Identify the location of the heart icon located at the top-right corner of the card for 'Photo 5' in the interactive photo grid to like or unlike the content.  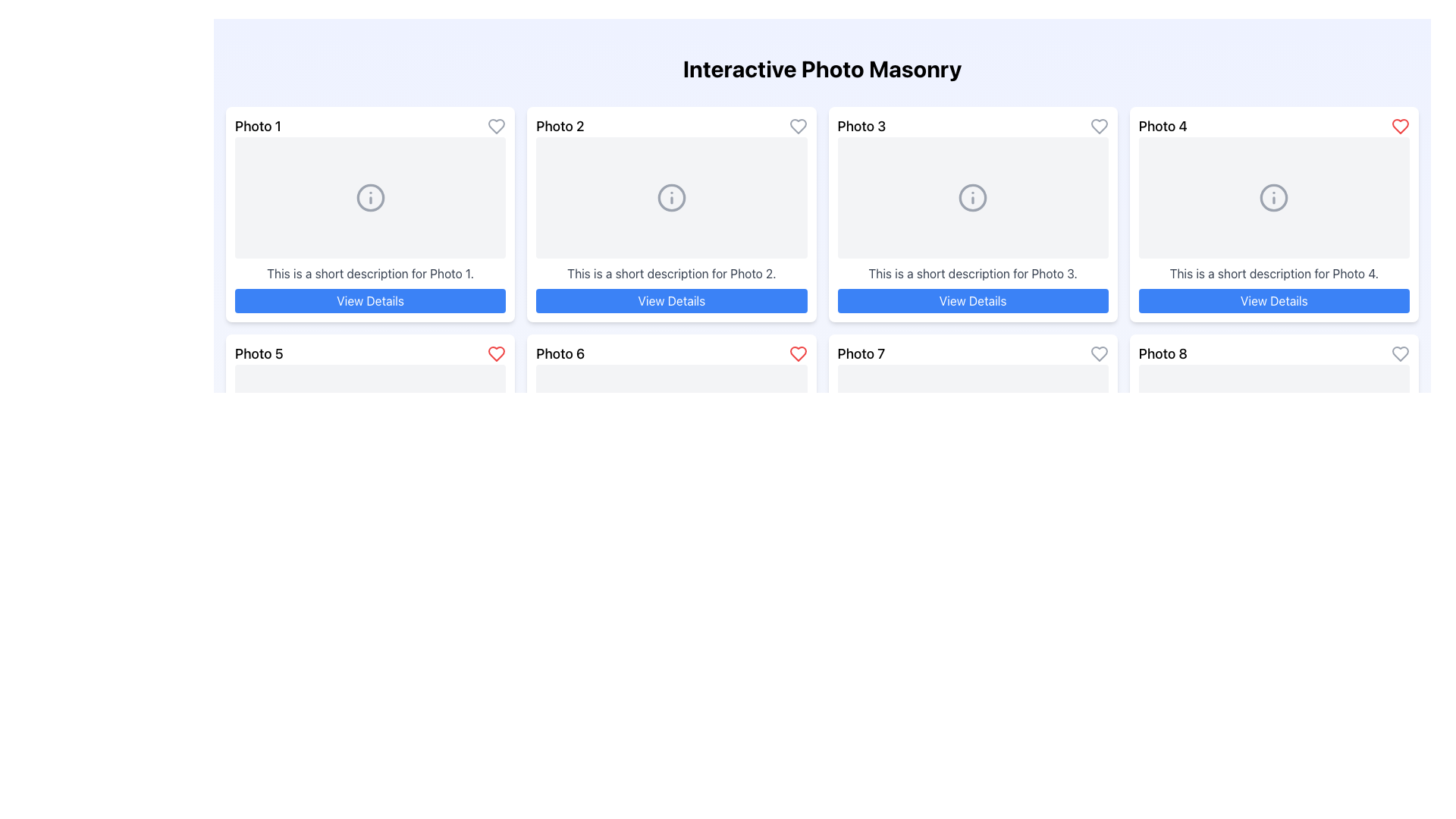
(496, 353).